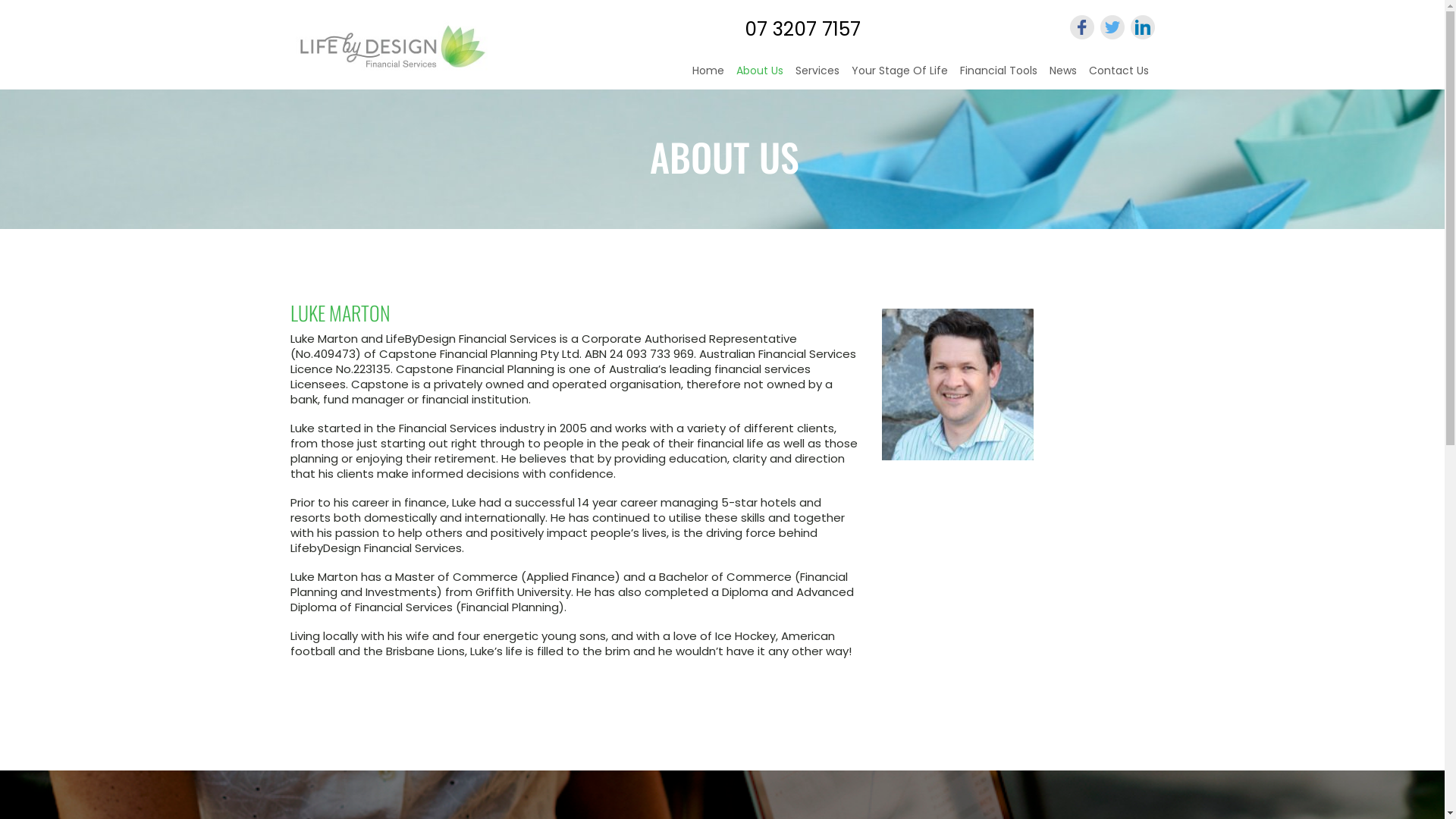  What do you see at coordinates (956, 383) in the screenshot?
I see `'LBDFS_About'` at bounding box center [956, 383].